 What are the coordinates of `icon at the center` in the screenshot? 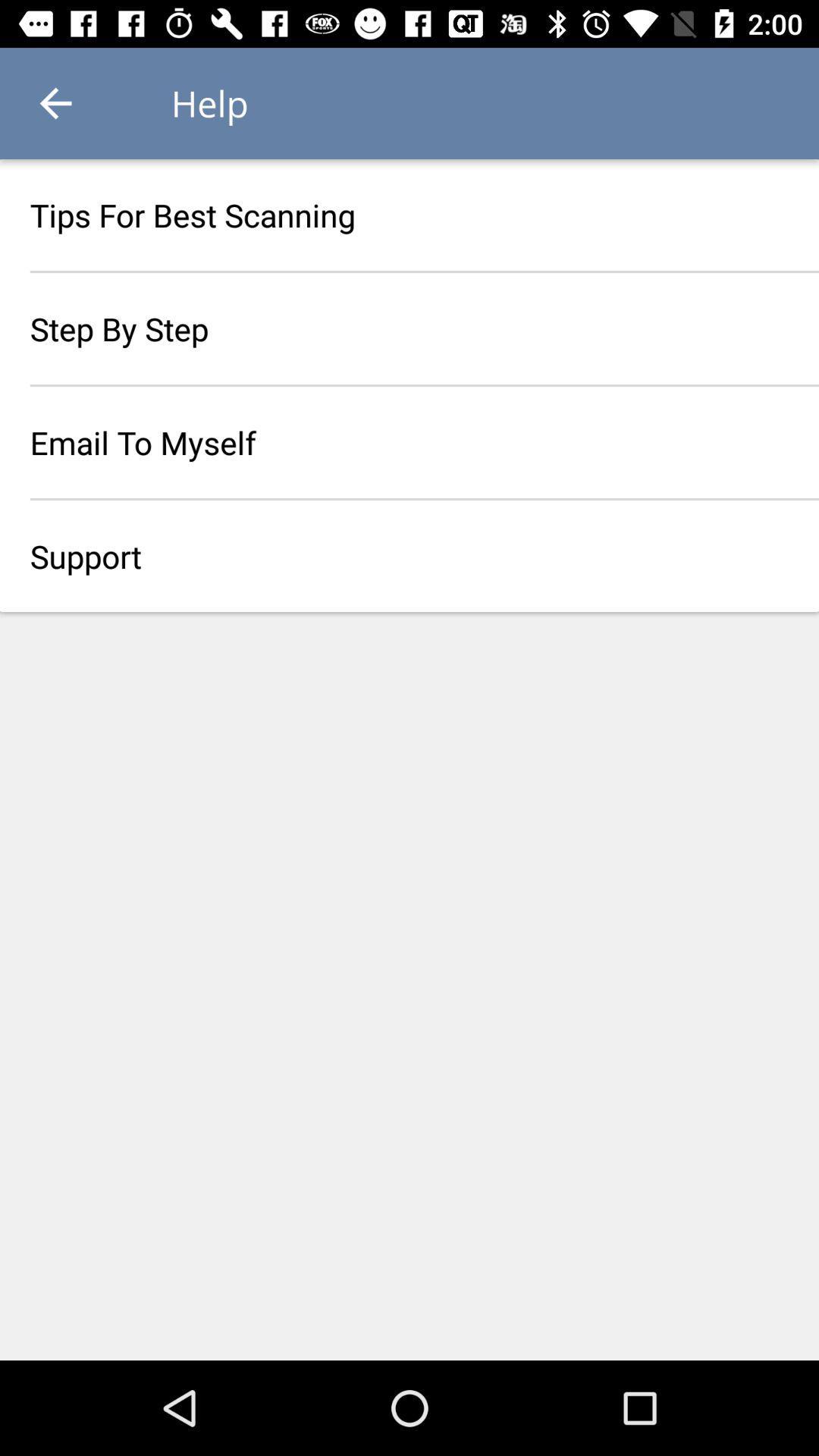 It's located at (409, 555).